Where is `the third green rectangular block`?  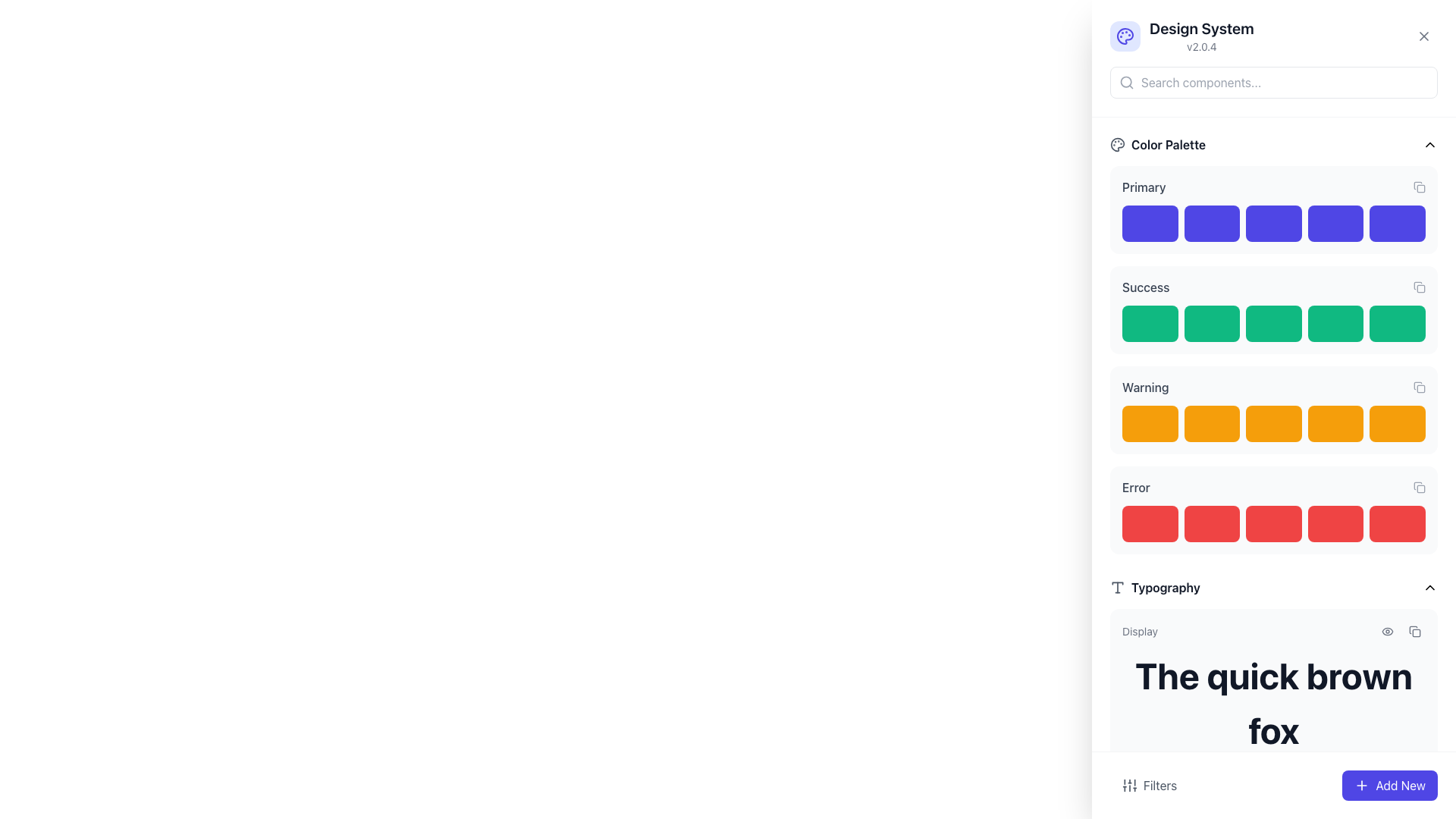 the third green rectangular block is located at coordinates (1274, 309).